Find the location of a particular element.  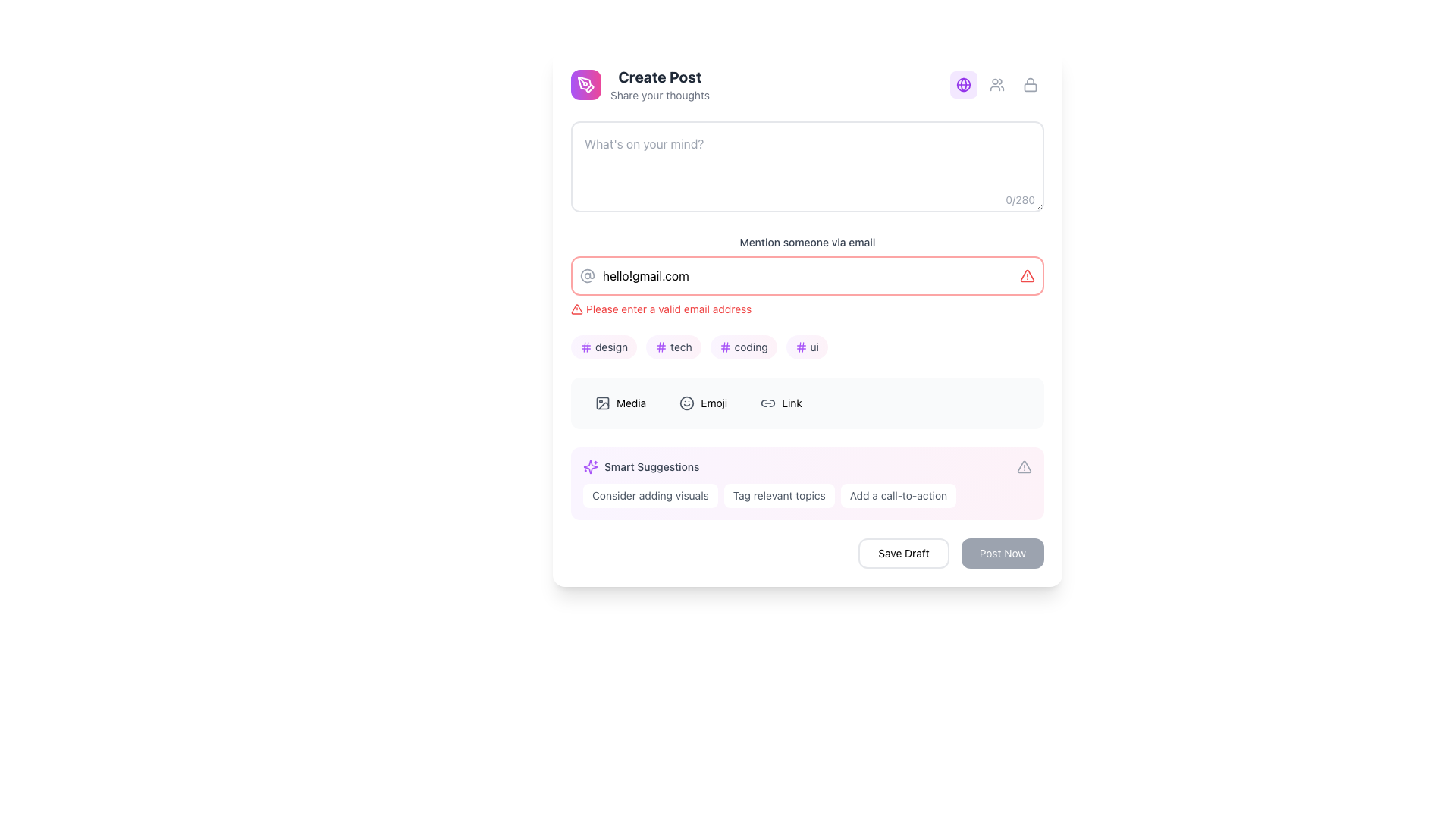

the first suggestion button for adding visual components to the post located at the bottom of the form is located at coordinates (650, 496).